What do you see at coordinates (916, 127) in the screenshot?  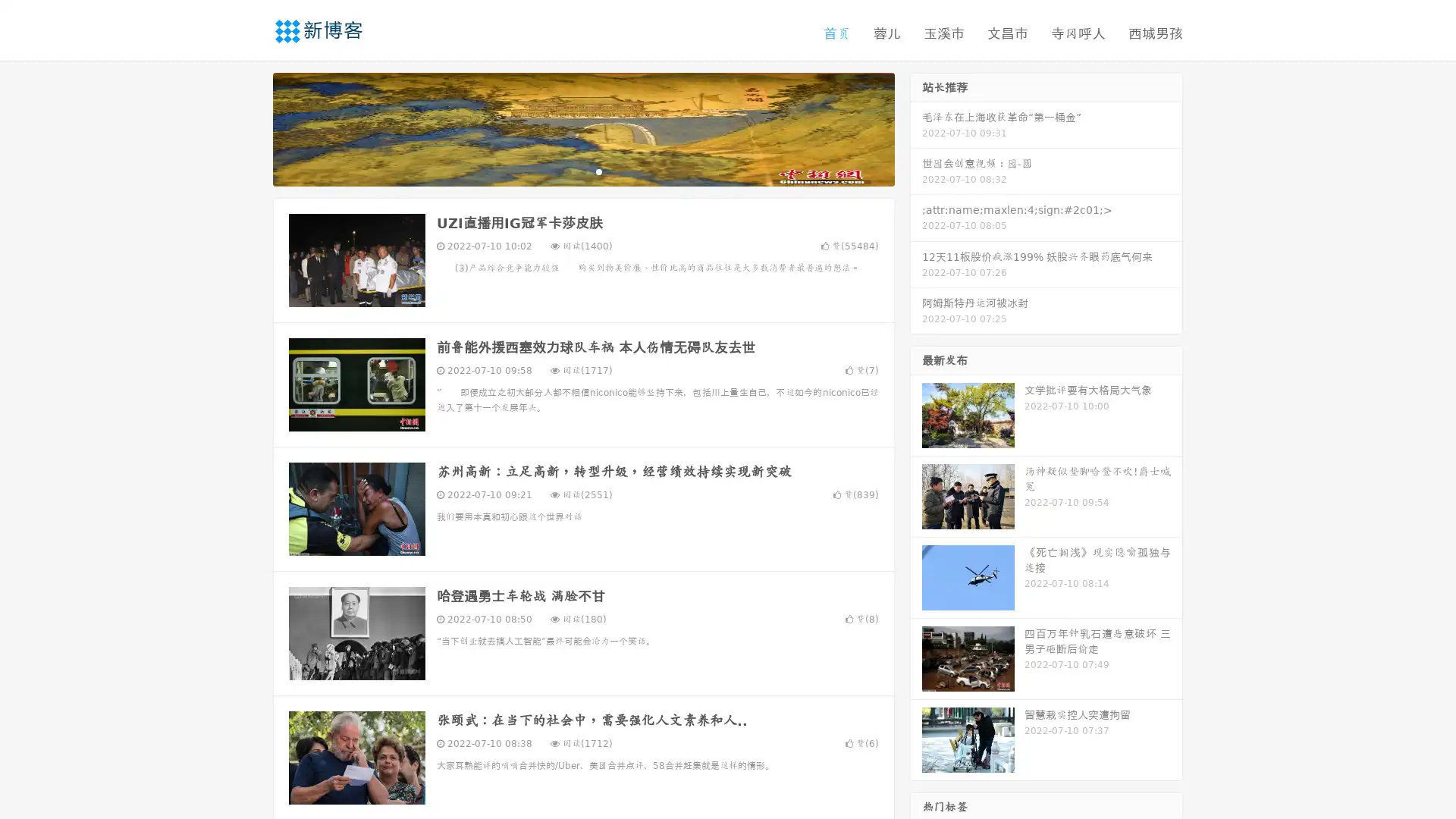 I see `Next slide` at bounding box center [916, 127].